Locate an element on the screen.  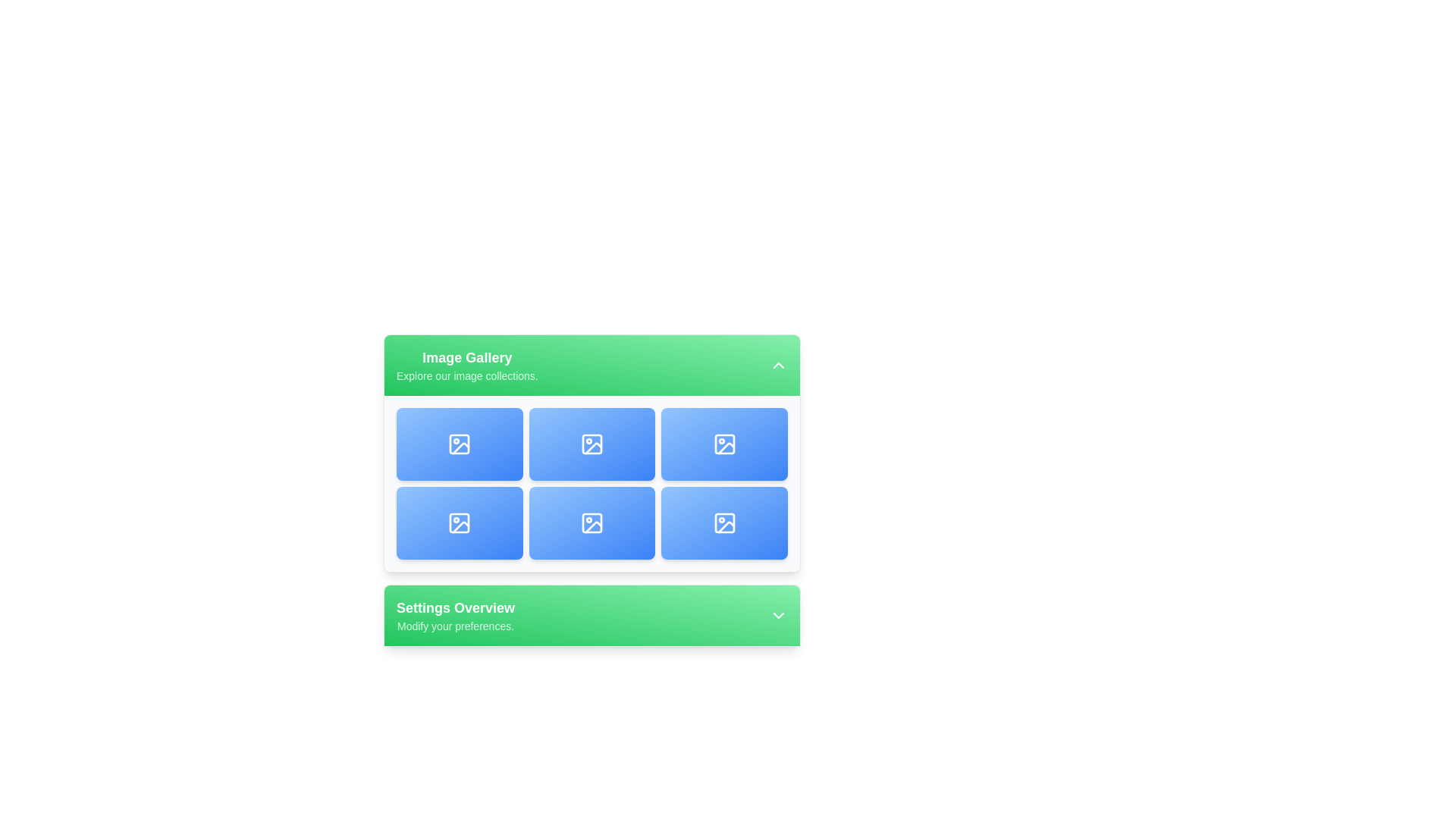
the small rectangular light blue icon with rounded corners located in the sixth item of a 2-row, 3-column gallery layout is located at coordinates (591, 522).